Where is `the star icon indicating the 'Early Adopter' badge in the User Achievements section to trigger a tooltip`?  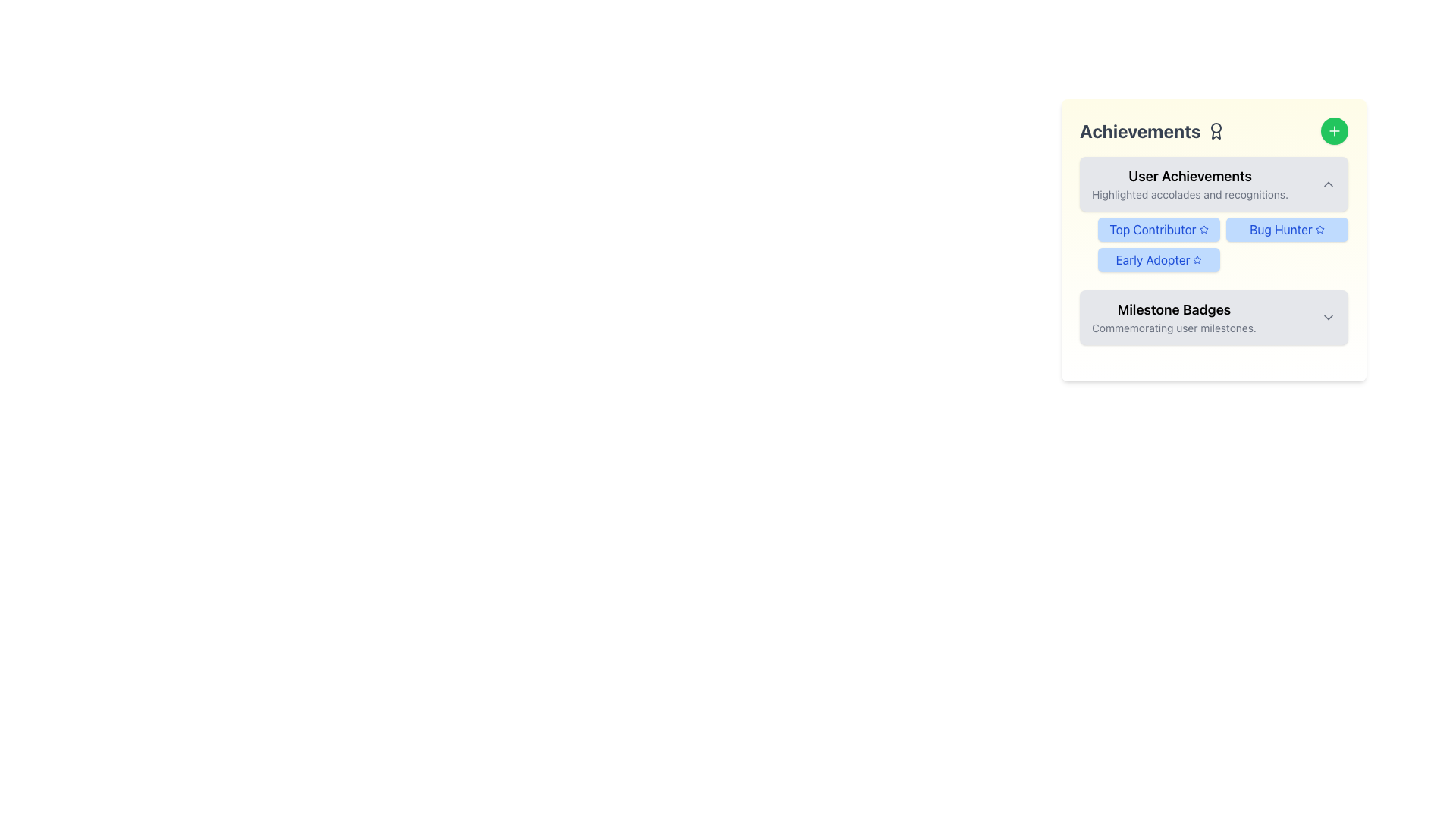 the star icon indicating the 'Early Adopter' badge in the User Achievements section to trigger a tooltip is located at coordinates (1197, 259).